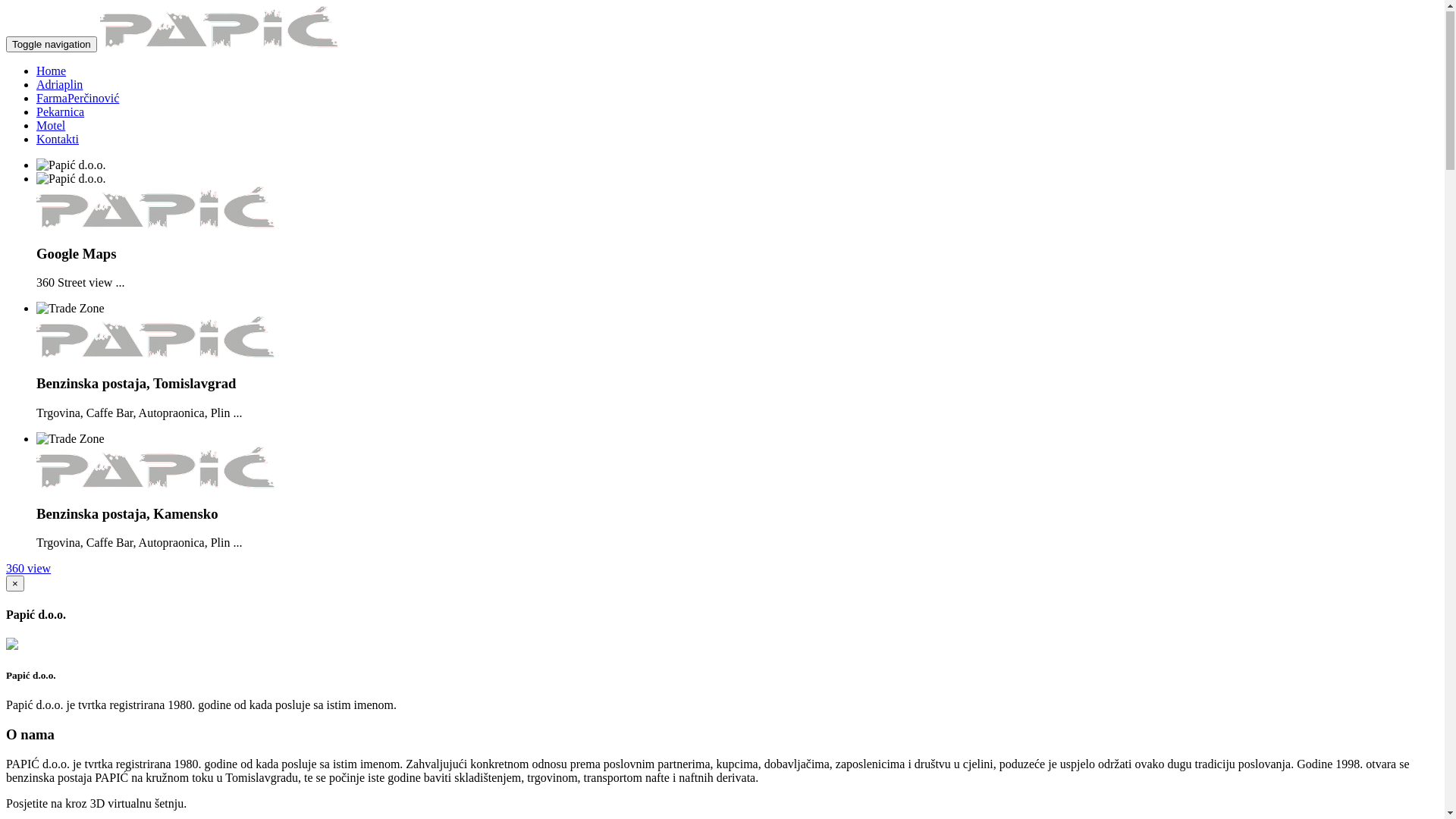  I want to click on 'Adriaplin', so click(59, 85).